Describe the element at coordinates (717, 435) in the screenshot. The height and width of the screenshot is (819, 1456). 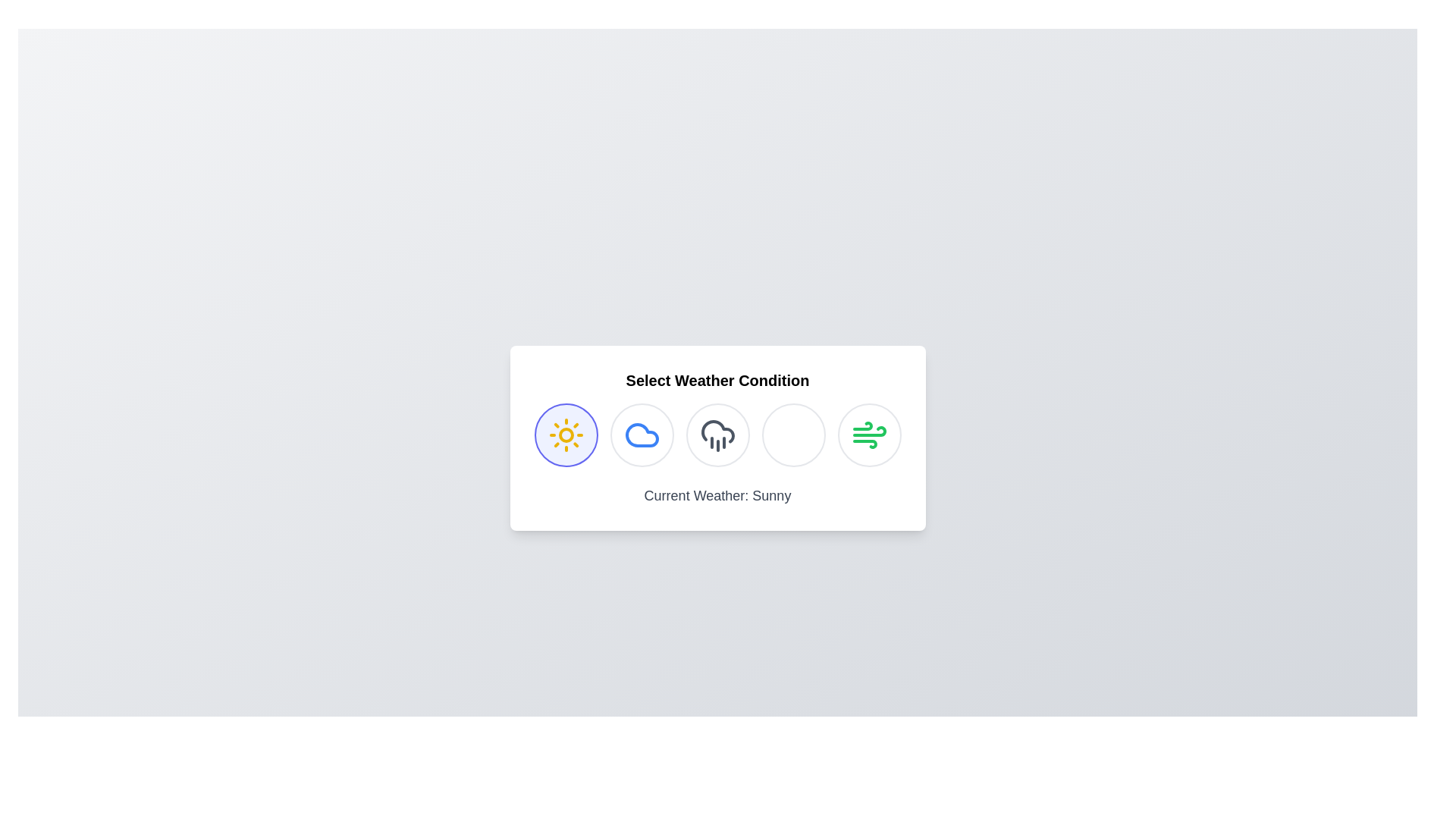
I see `the 'Rain' weather condition SVG icon, which is the third icon from the left in the horizontal arrangement of weather icons` at that location.